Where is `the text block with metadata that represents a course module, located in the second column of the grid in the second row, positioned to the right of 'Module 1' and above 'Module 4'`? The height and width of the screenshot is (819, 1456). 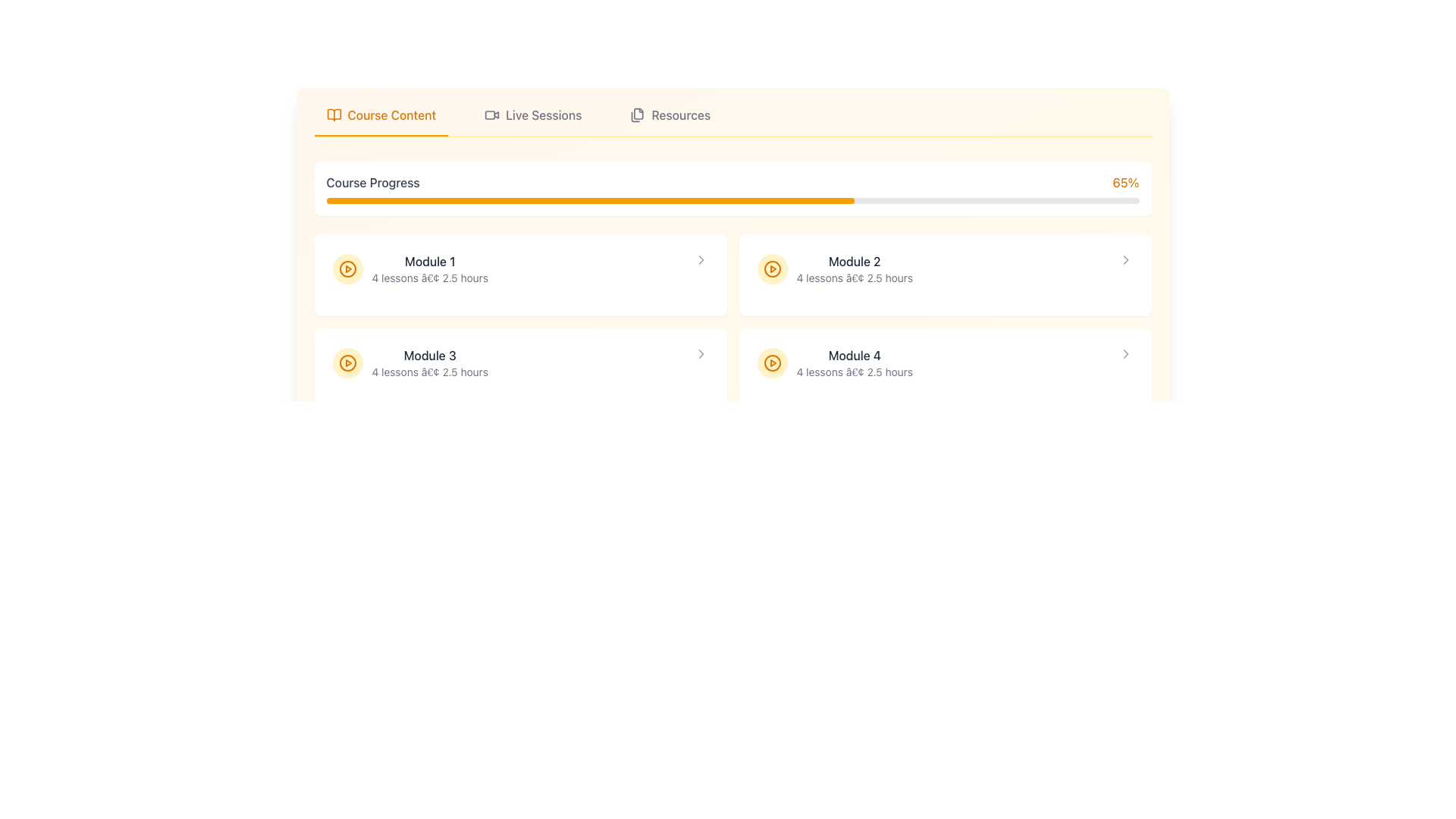
the text block with metadata that represents a course module, located in the second column of the grid in the second row, positioned to the right of 'Module 1' and above 'Module 4' is located at coordinates (834, 268).